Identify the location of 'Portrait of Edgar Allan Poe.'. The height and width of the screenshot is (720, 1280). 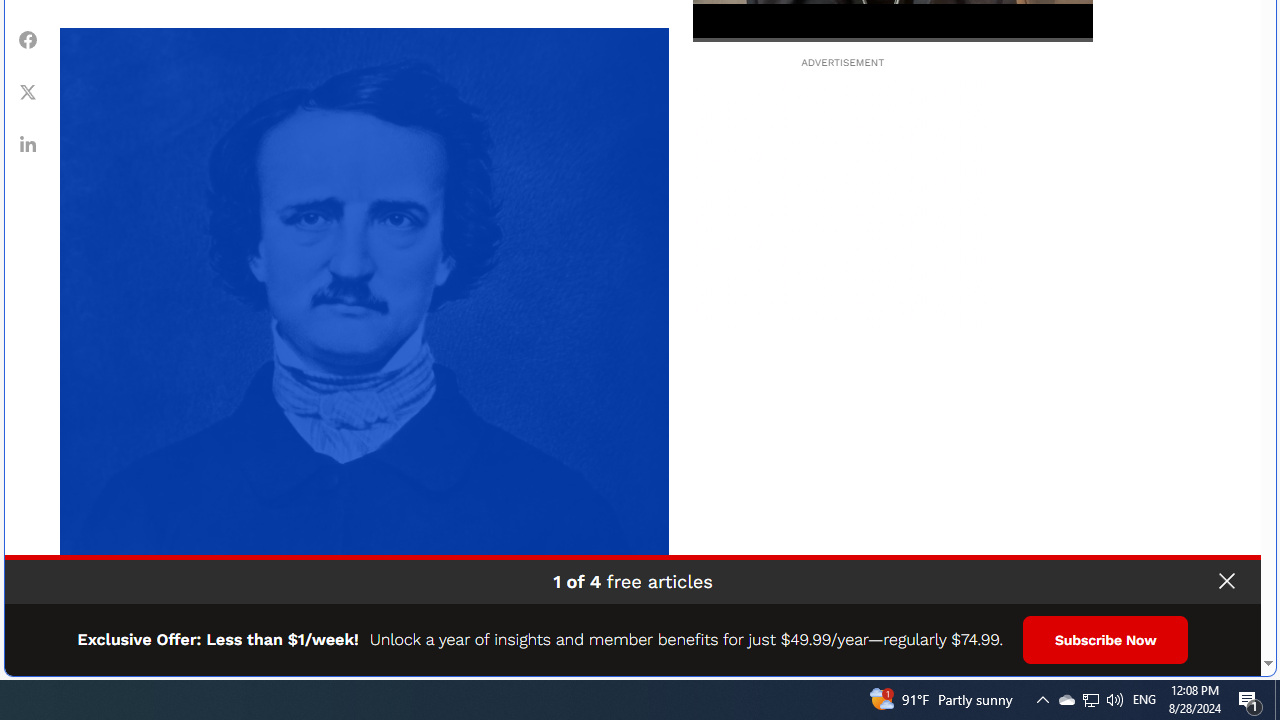
(364, 331).